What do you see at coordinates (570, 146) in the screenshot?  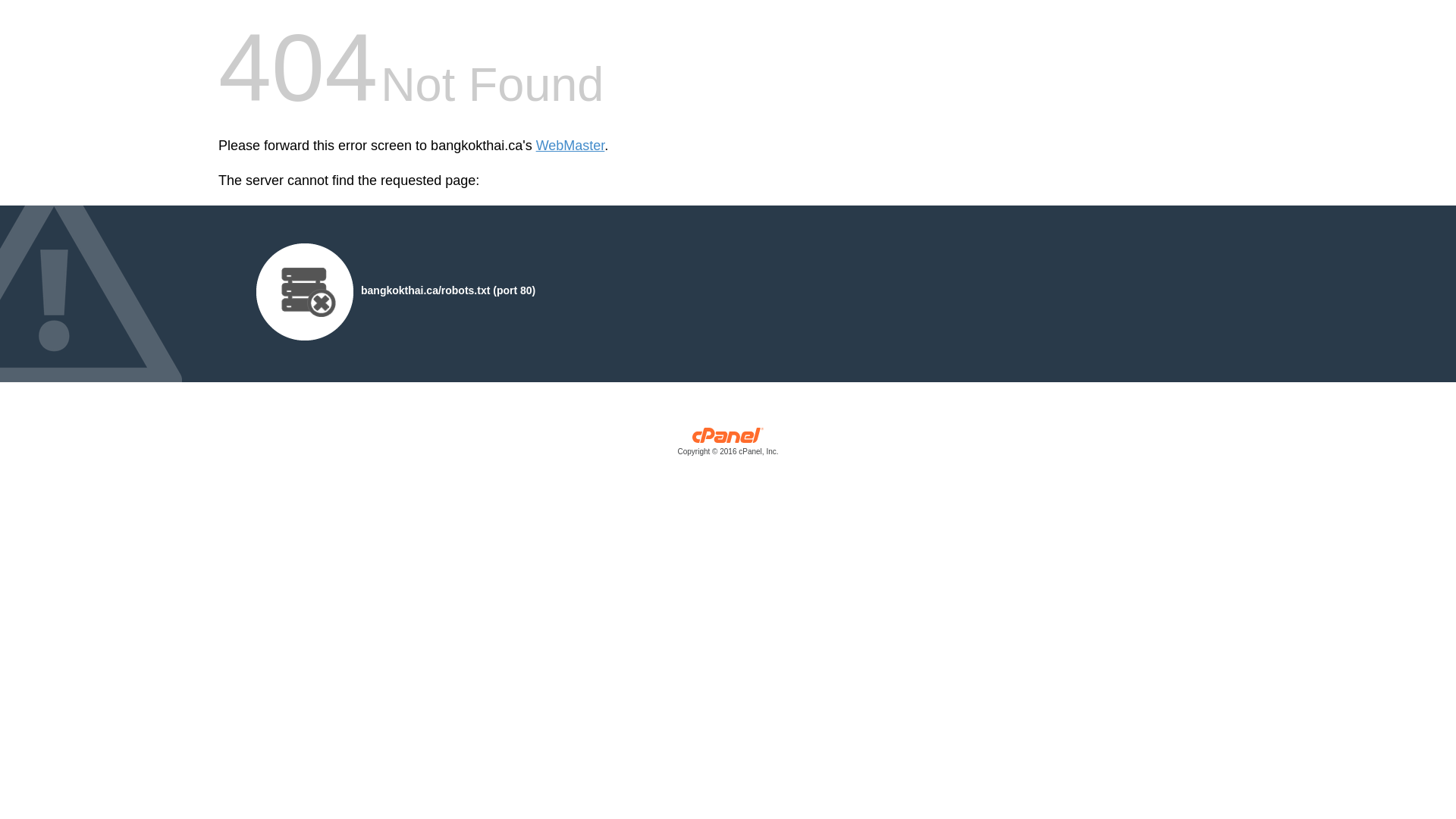 I see `'WebMaster'` at bounding box center [570, 146].